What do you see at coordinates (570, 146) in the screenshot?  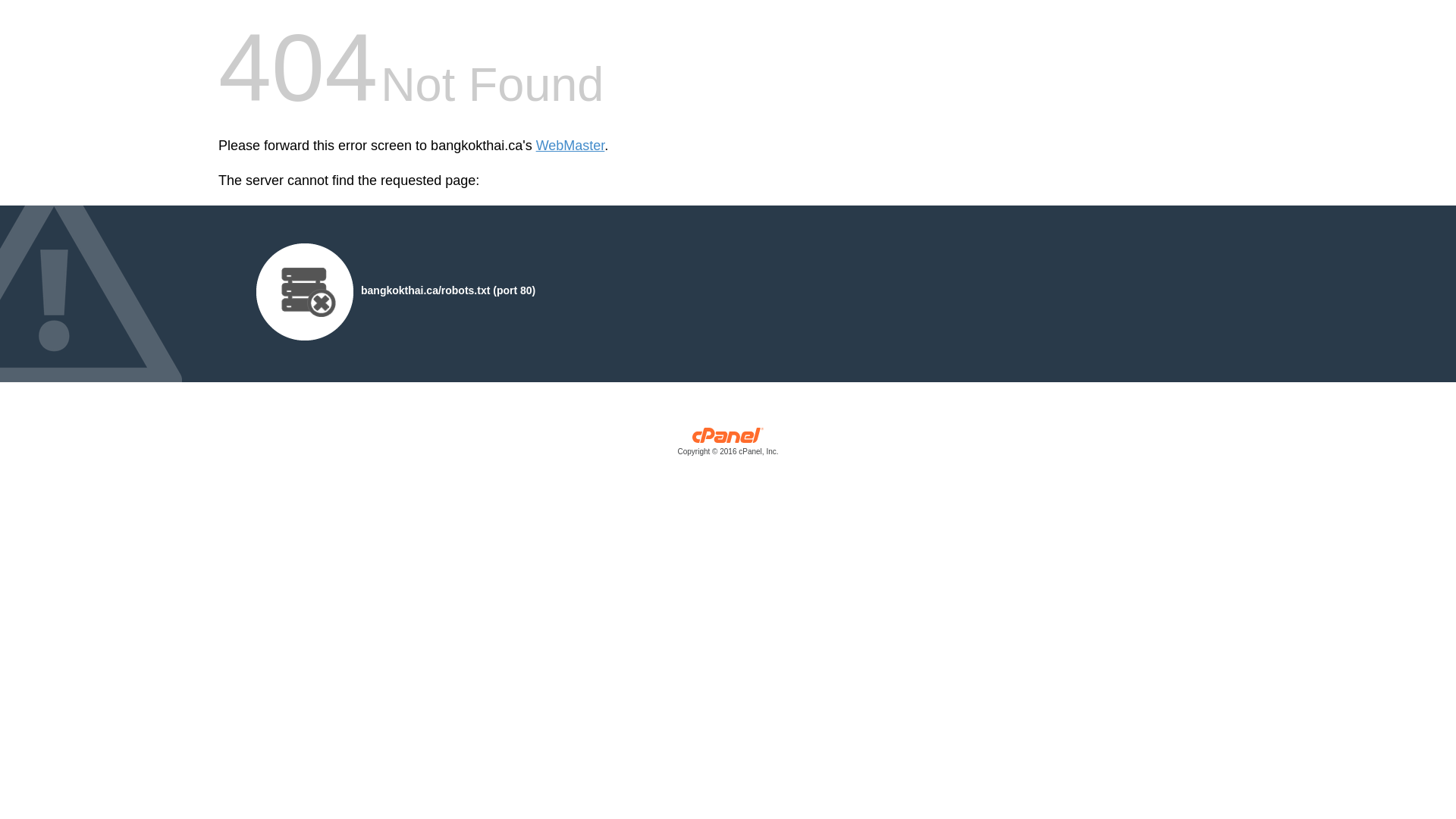 I see `'WebMaster'` at bounding box center [570, 146].